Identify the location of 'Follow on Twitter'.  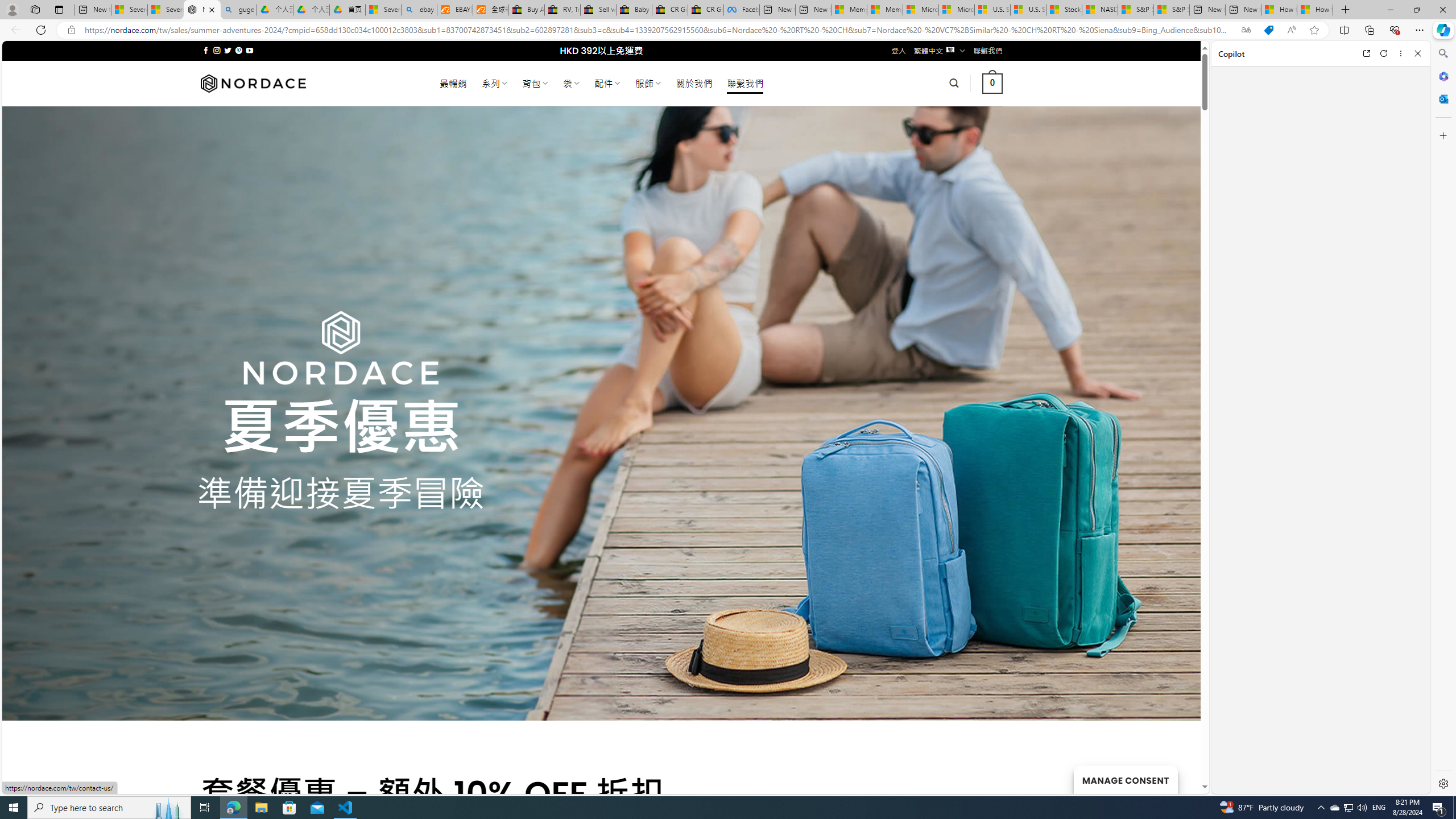
(227, 50).